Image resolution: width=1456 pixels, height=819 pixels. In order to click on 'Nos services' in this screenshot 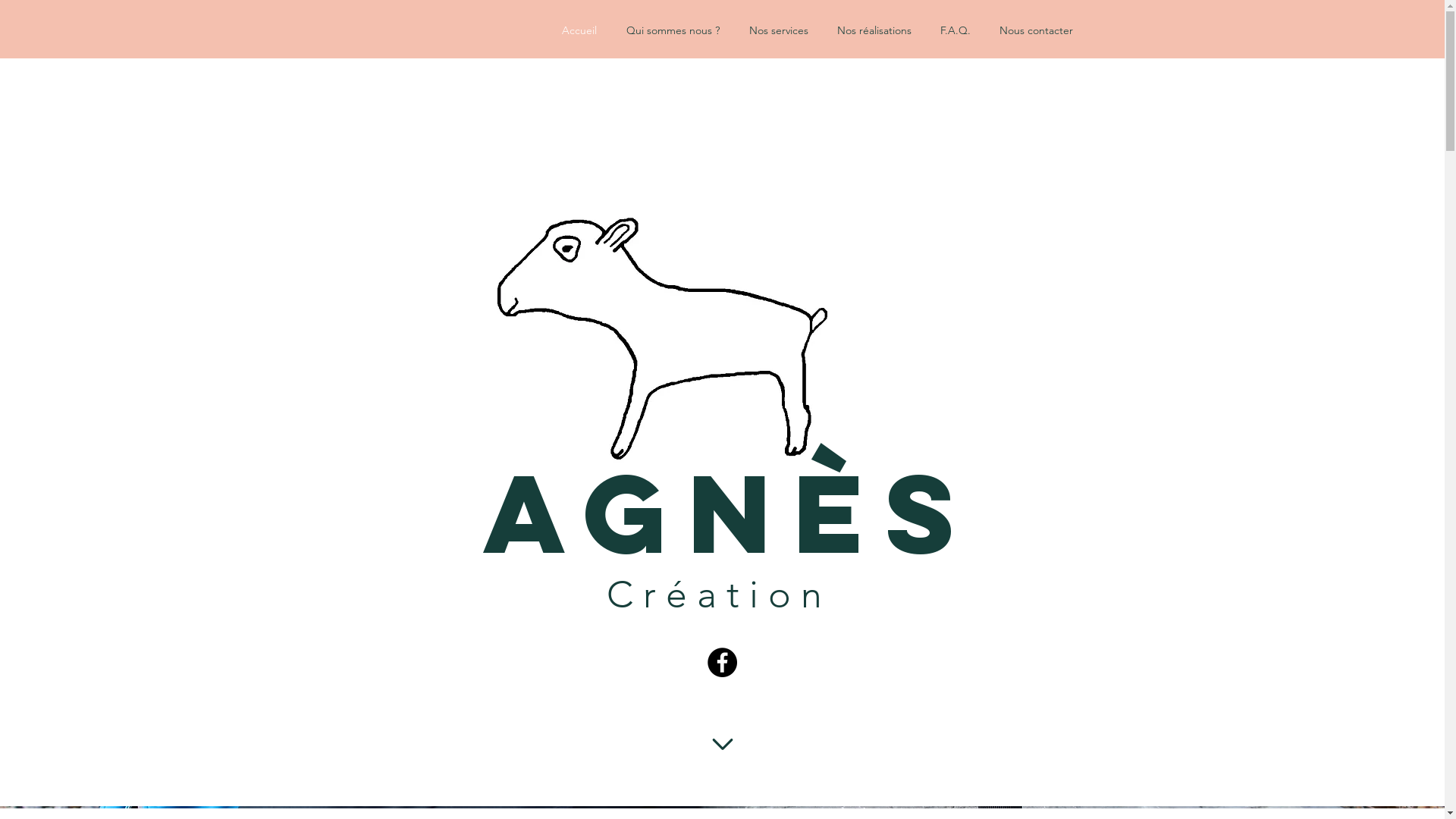, I will do `click(786, 30)`.